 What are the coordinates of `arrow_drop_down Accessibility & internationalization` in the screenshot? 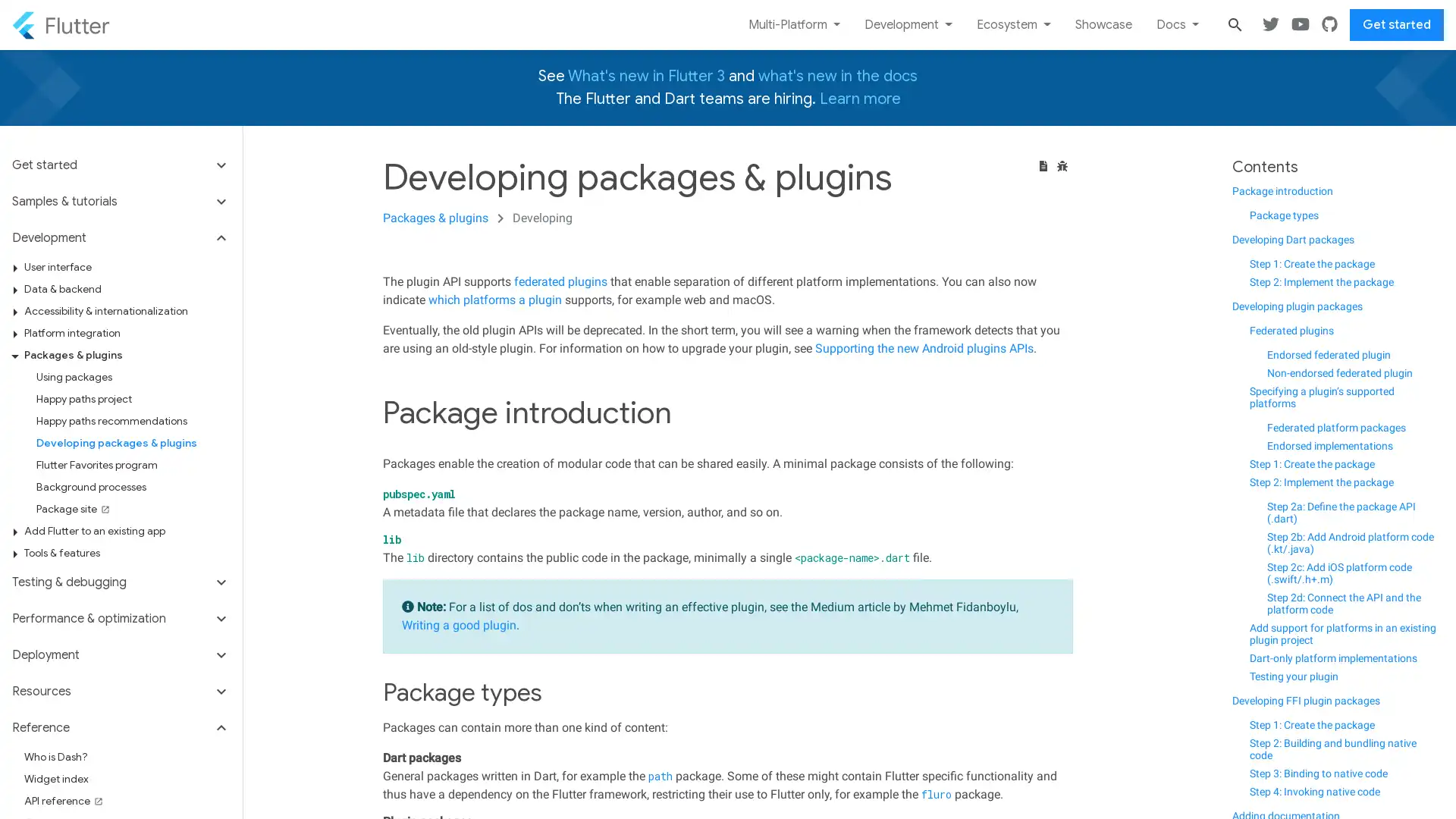 It's located at (127, 310).